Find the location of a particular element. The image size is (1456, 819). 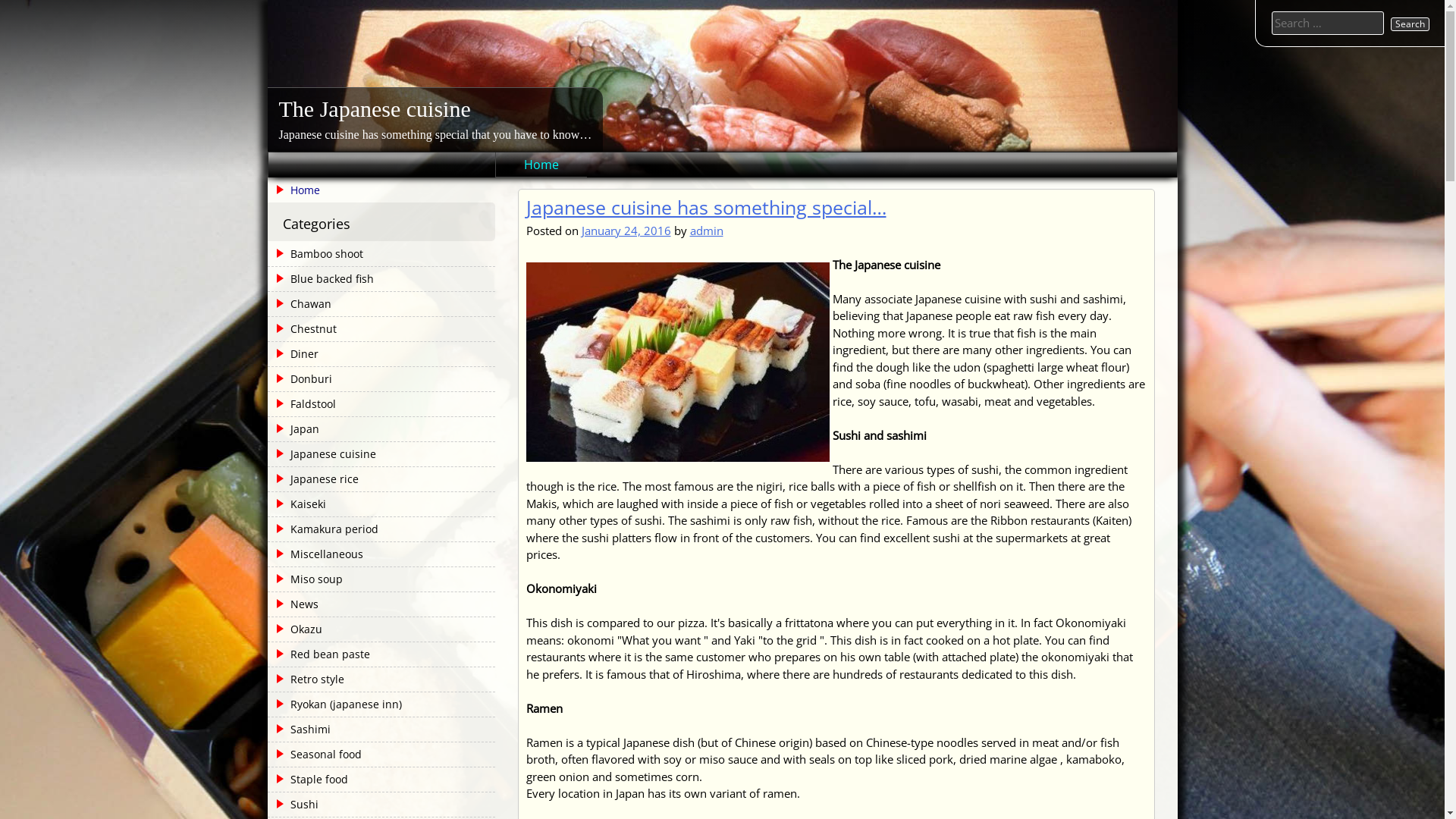

'Faldstool' is located at coordinates (303, 403).